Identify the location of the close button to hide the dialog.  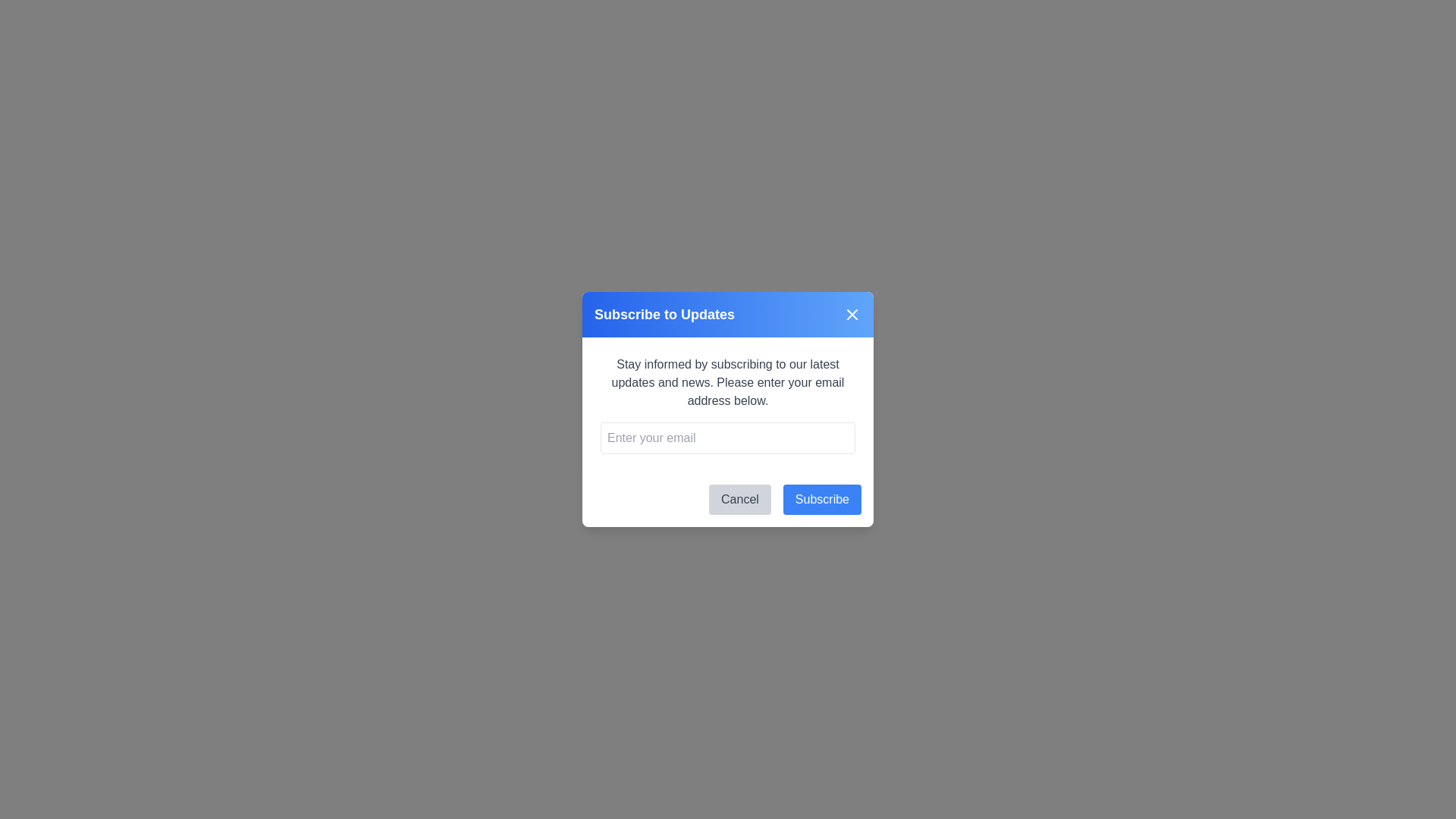
(852, 314).